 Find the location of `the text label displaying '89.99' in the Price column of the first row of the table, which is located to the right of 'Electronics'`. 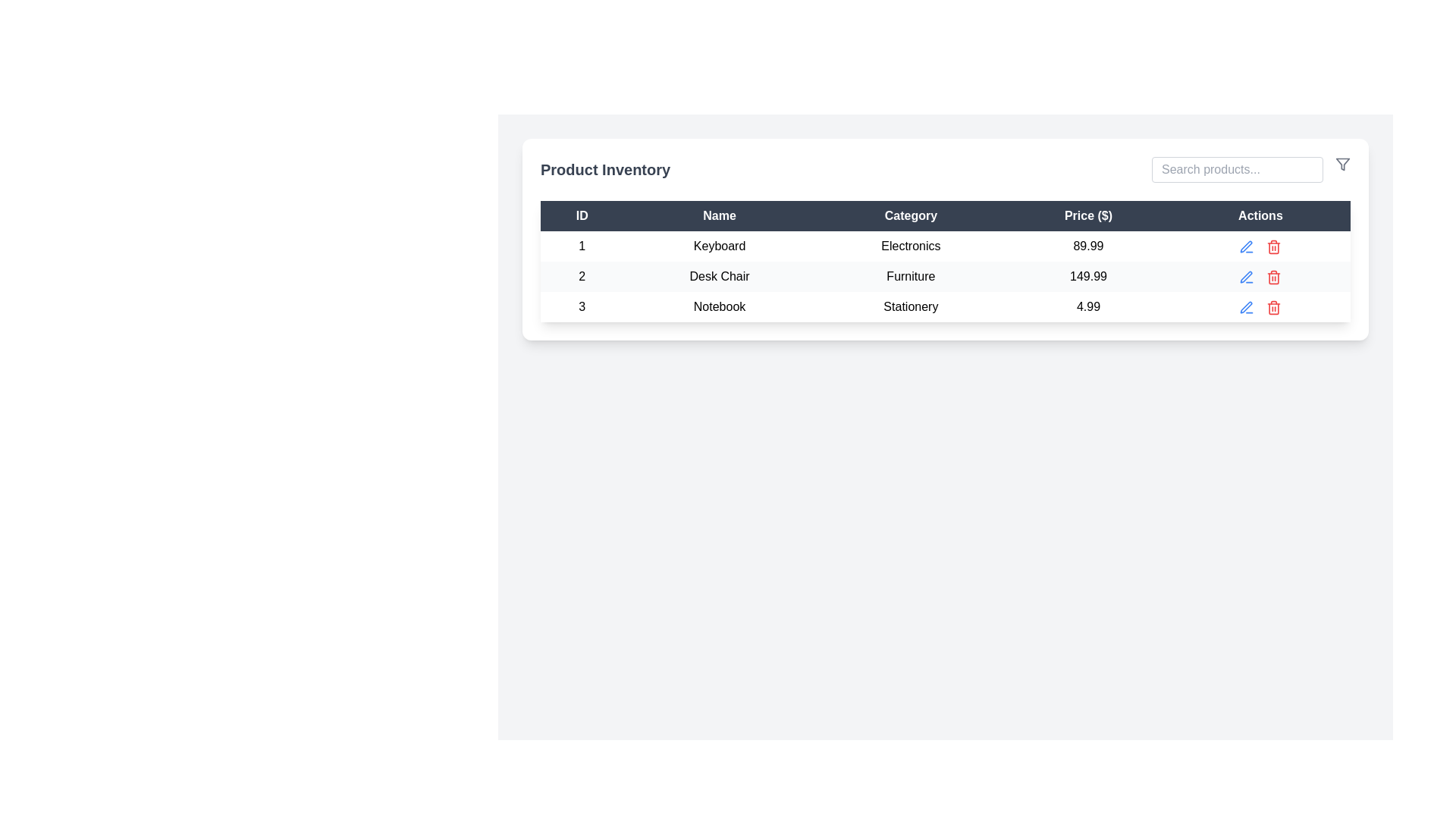

the text label displaying '89.99' in the Price column of the first row of the table, which is located to the right of 'Electronics' is located at coordinates (1087, 245).